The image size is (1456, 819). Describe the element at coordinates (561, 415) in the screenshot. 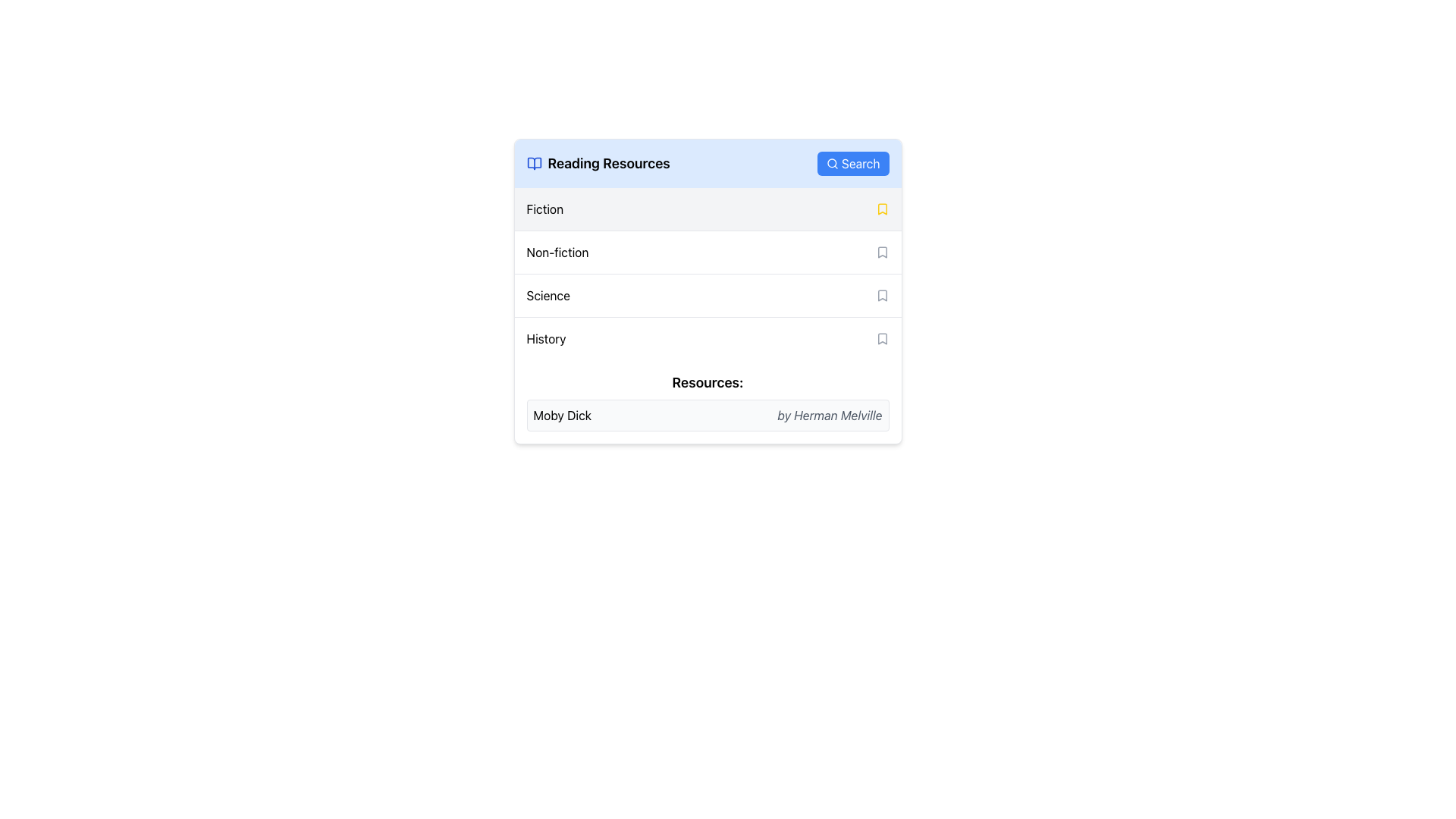

I see `the text label displaying 'Moby Dick' in the 'Resources:' section, which is located in the card layout titled 'Reading Resources'` at that location.